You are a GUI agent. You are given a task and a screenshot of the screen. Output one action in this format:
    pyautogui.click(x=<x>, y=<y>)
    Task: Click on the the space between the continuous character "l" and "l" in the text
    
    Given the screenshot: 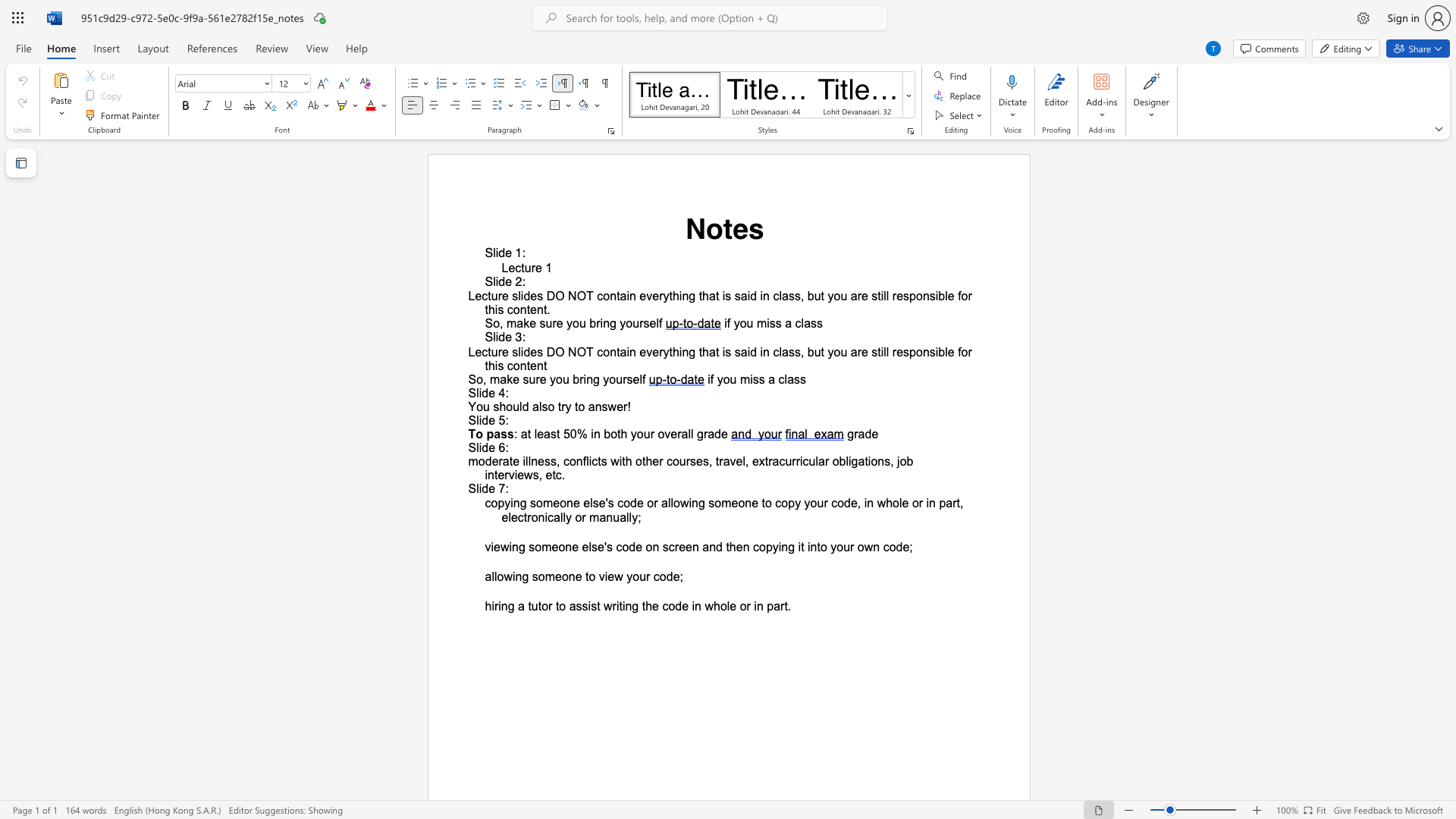 What is the action you would take?
    pyautogui.click(x=886, y=352)
    